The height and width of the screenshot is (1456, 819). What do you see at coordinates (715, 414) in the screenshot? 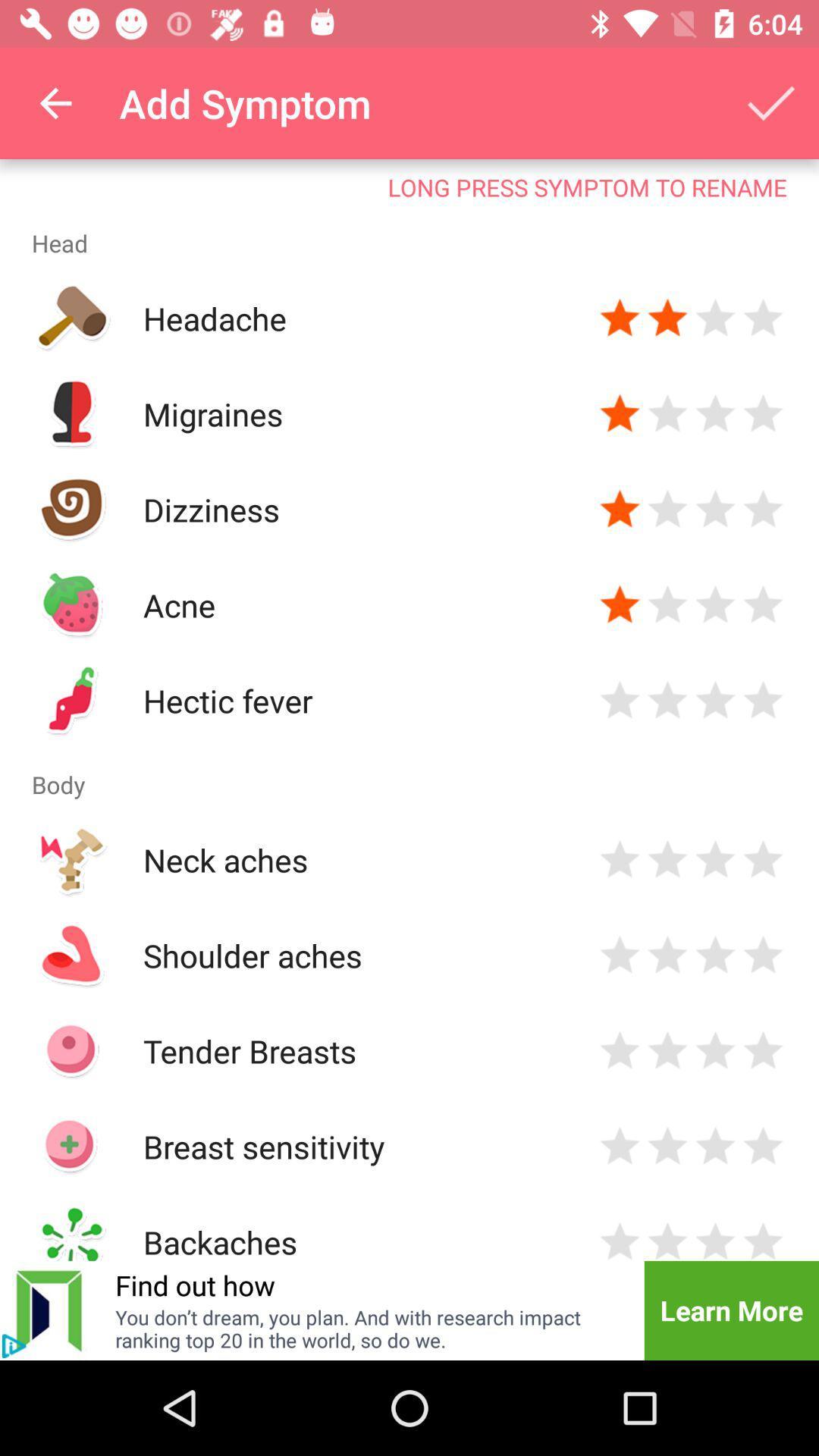
I see `rate 3 stars` at bounding box center [715, 414].